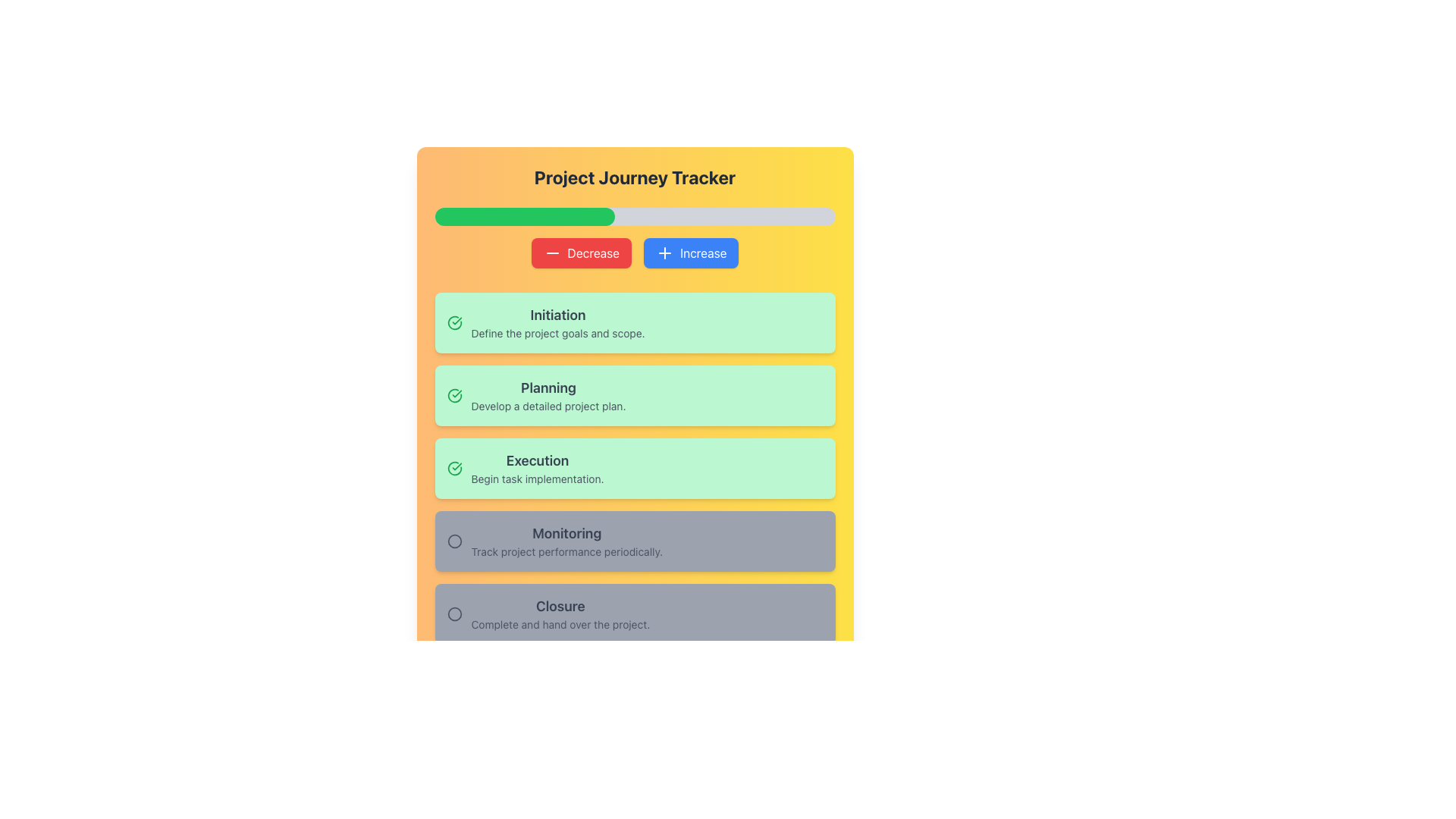  I want to click on the informative text element that provides details or instructions related to the preceding label 'Closure', located at the bottom-most list of tasks in the interface, so click(560, 625).